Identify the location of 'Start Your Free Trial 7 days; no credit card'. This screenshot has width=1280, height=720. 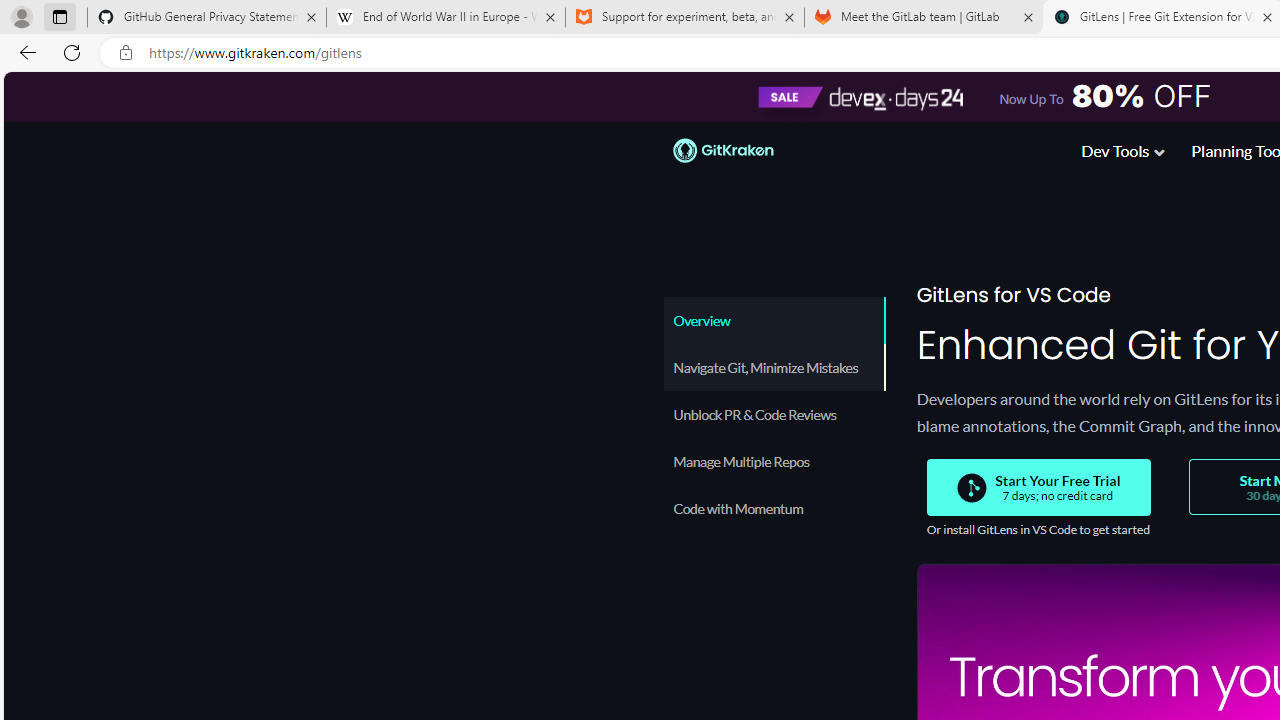
(1038, 487).